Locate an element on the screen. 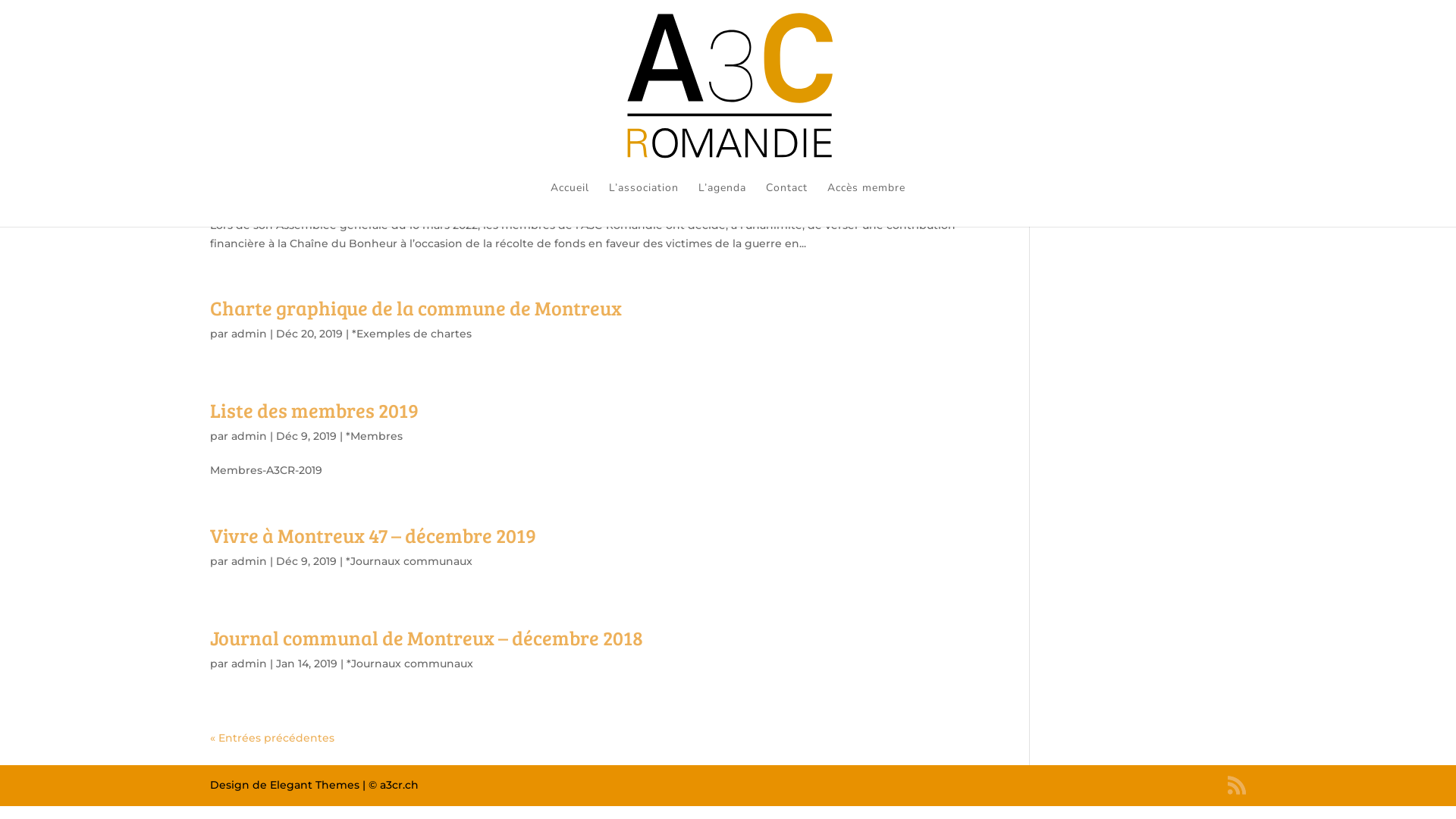 Image resolution: width=1456 pixels, height=819 pixels. 'admin' is located at coordinates (249, 663).